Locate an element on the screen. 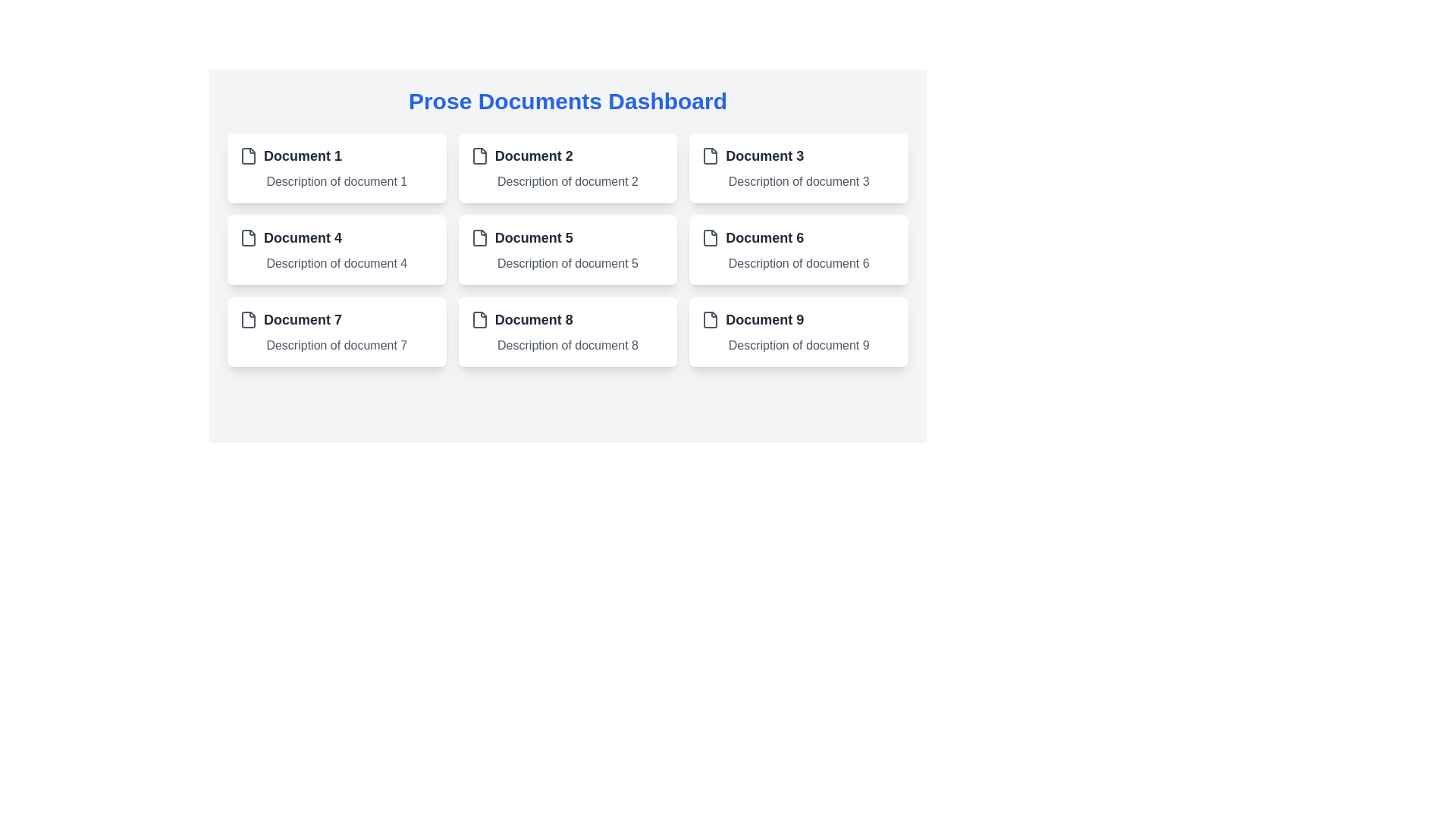 The height and width of the screenshot is (819, 1456). information provided in the text label located at the bottom of the card labeled 'Document 6', in the second column and third row of the grid layout is located at coordinates (798, 262).